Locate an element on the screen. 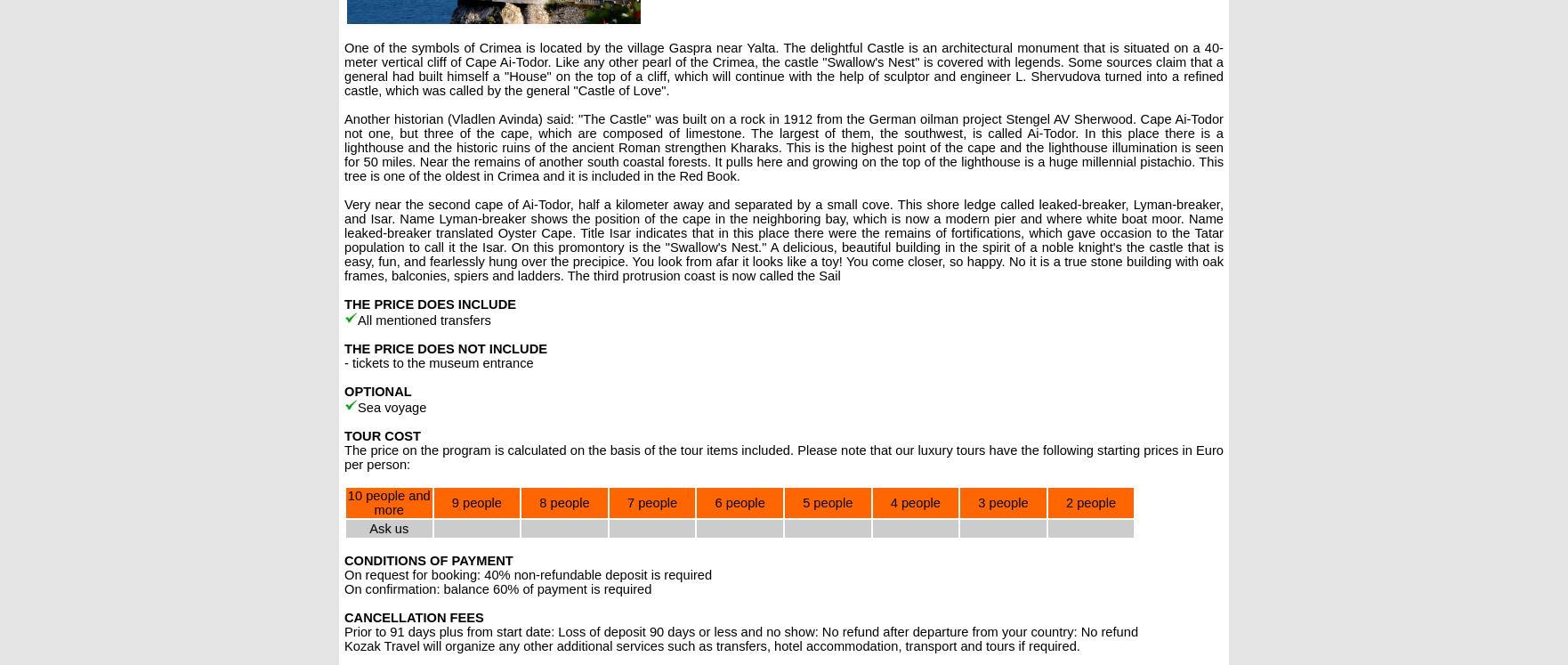  '3 people' is located at coordinates (1002, 502).